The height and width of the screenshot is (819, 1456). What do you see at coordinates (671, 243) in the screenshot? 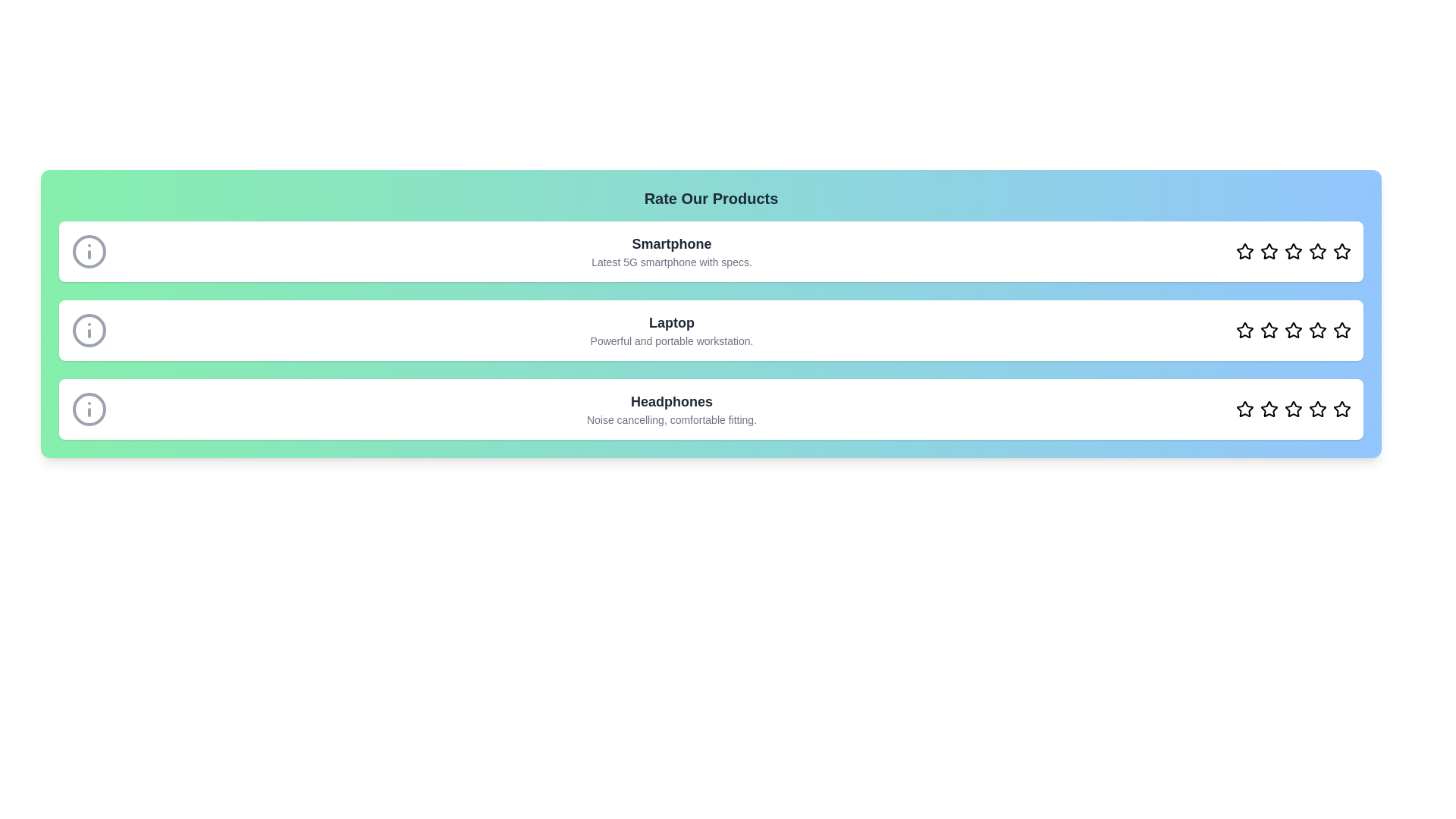
I see `the text label 'Smartphone' which is bold, larger in font size, and dark gray in color, positioned above the product description 'Latest 5G smartphone with specs.'` at bounding box center [671, 243].